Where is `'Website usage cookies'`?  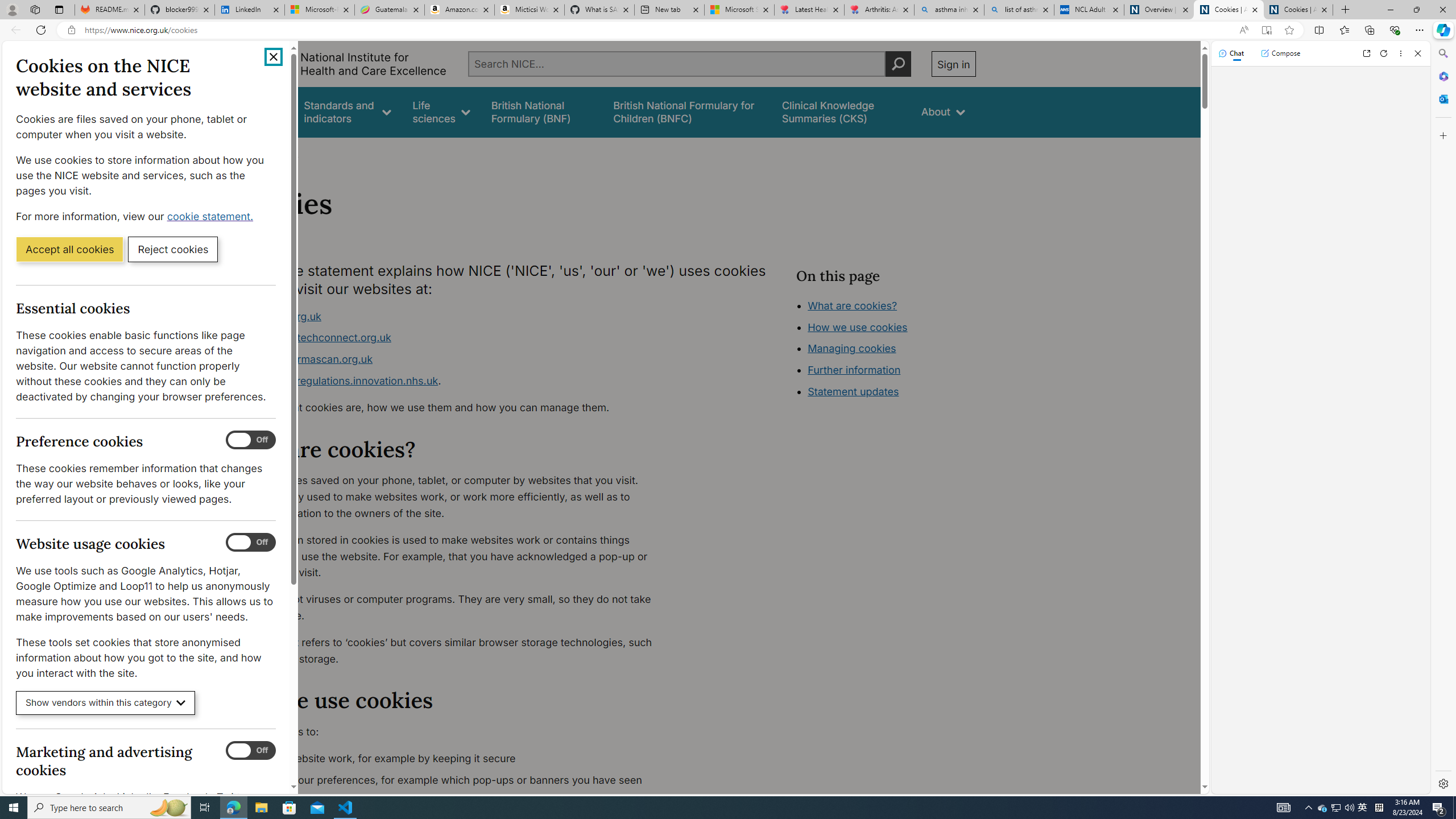 'Website usage cookies' is located at coordinates (250, 542).